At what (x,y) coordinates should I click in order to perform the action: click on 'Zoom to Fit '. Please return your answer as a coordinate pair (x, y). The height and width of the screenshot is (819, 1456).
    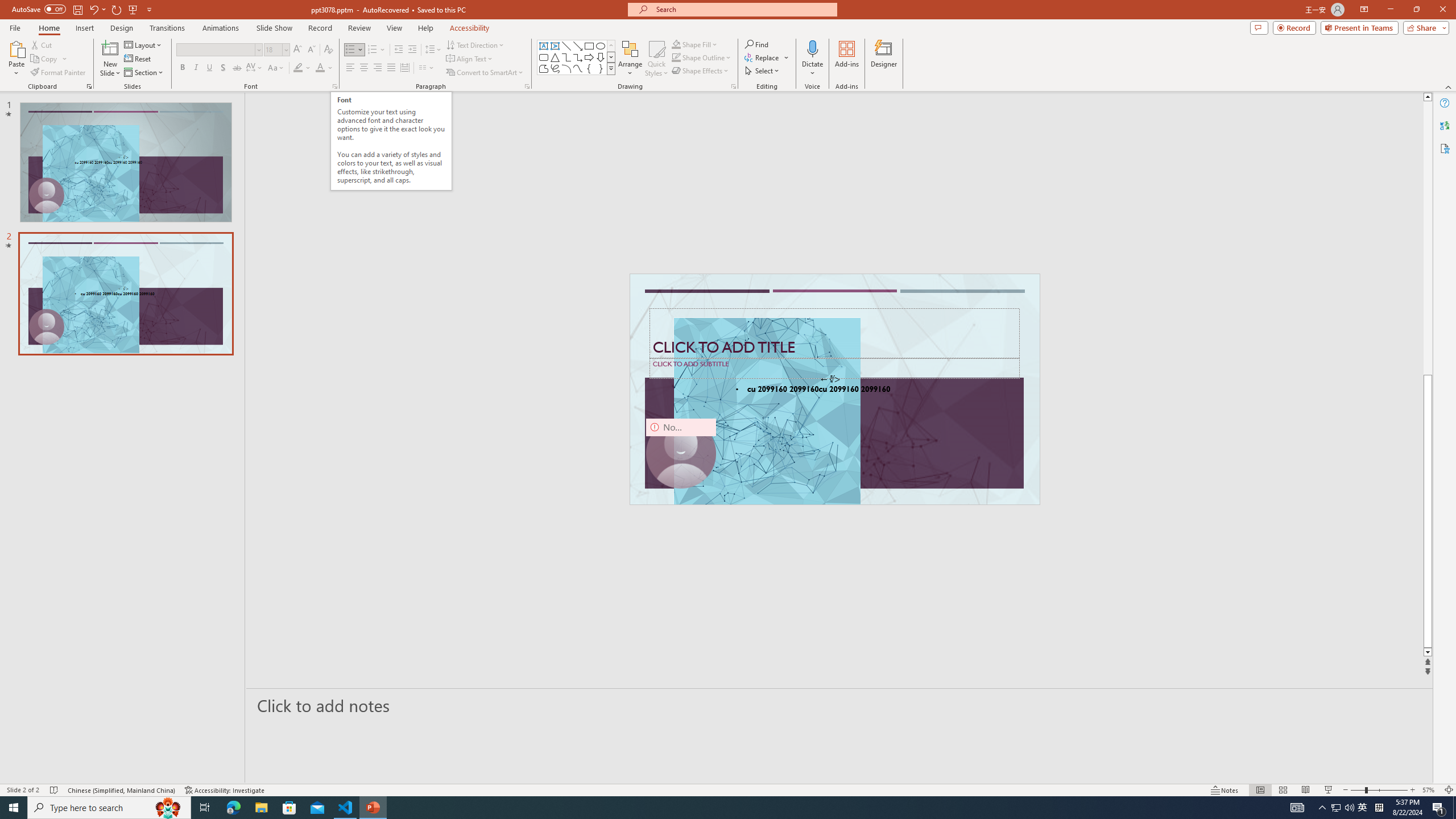
    Looking at the image, I should click on (1449, 790).